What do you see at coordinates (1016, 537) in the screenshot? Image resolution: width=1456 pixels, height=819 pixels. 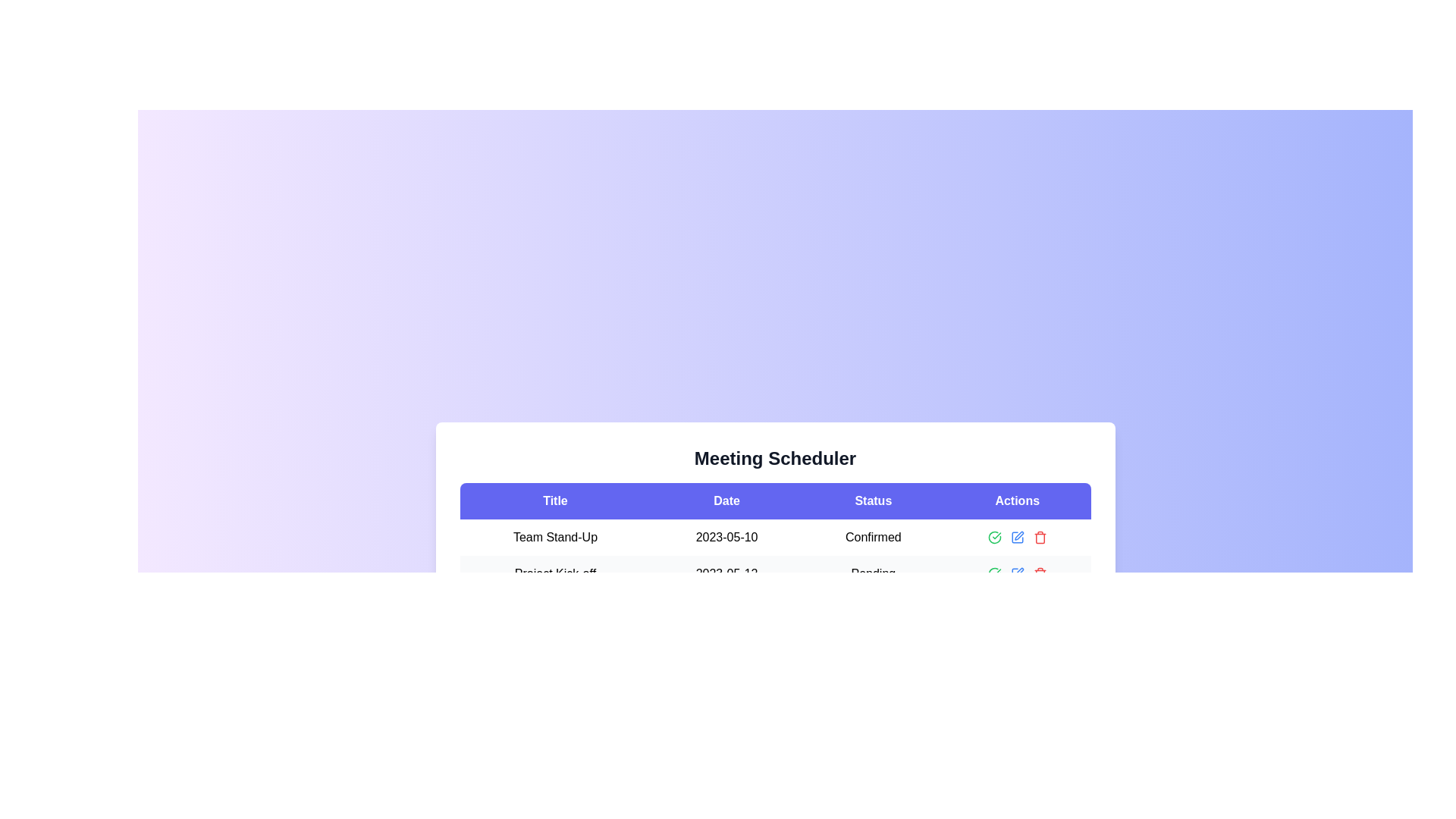 I see `the blue pencil icon in the fourth column under the 'Actions' header for the 'Team Stand-Up' row` at bounding box center [1016, 537].